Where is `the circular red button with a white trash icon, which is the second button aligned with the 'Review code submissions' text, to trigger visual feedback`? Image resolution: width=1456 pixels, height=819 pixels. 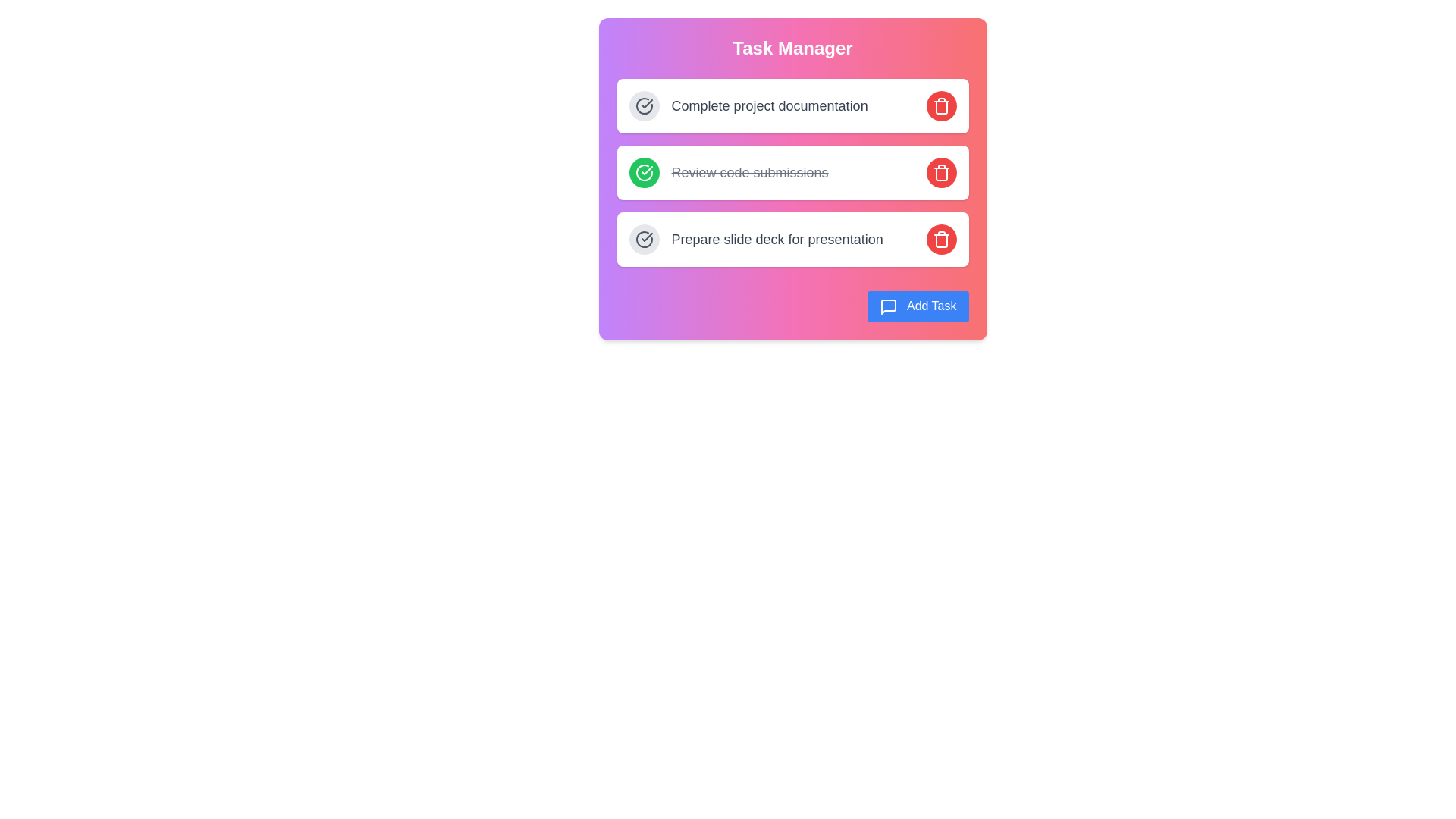 the circular red button with a white trash icon, which is the second button aligned with the 'Review code submissions' text, to trigger visual feedback is located at coordinates (940, 171).